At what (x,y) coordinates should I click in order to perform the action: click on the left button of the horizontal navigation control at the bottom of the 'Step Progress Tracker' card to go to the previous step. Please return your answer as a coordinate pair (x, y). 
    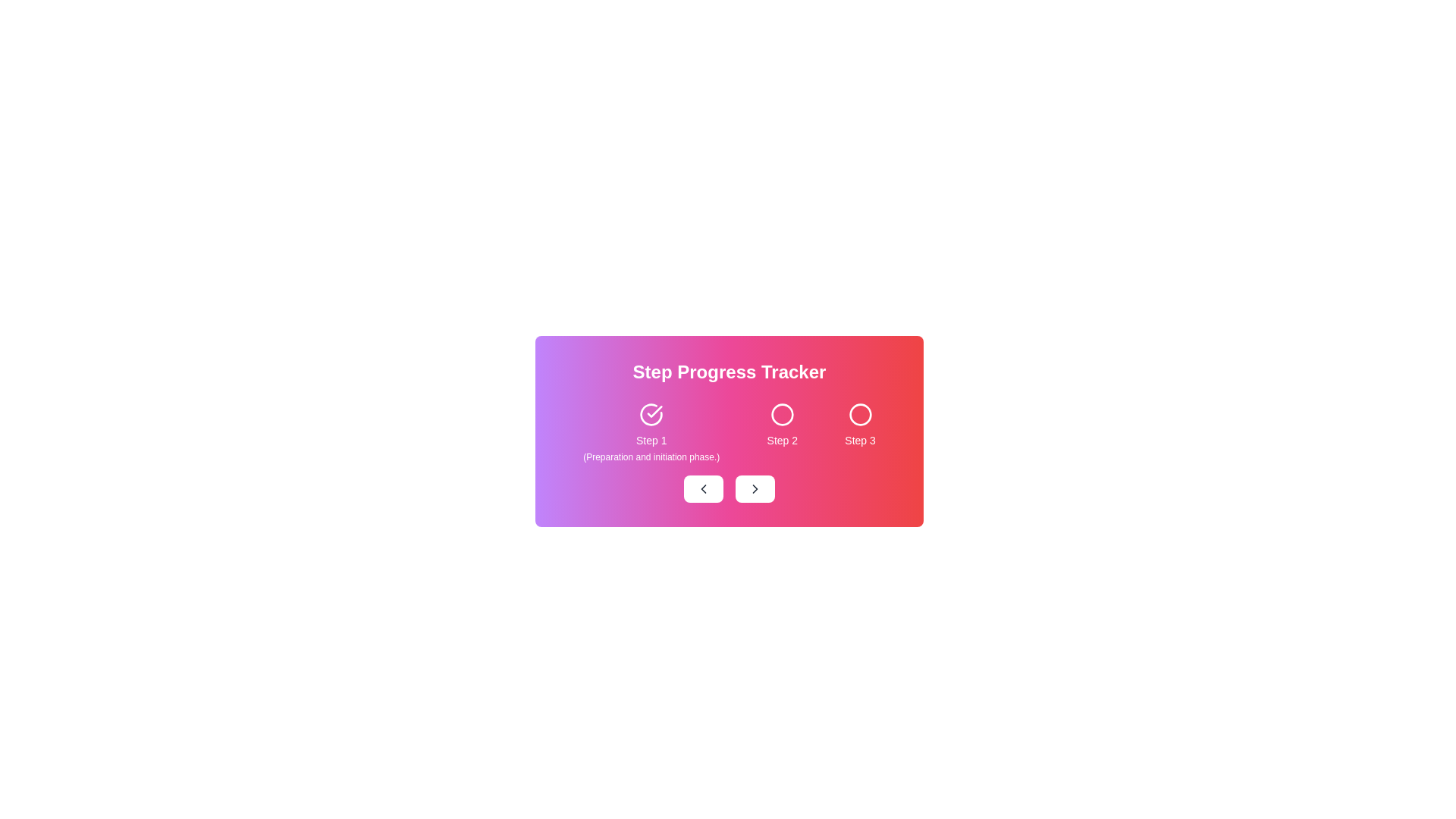
    Looking at the image, I should click on (729, 488).